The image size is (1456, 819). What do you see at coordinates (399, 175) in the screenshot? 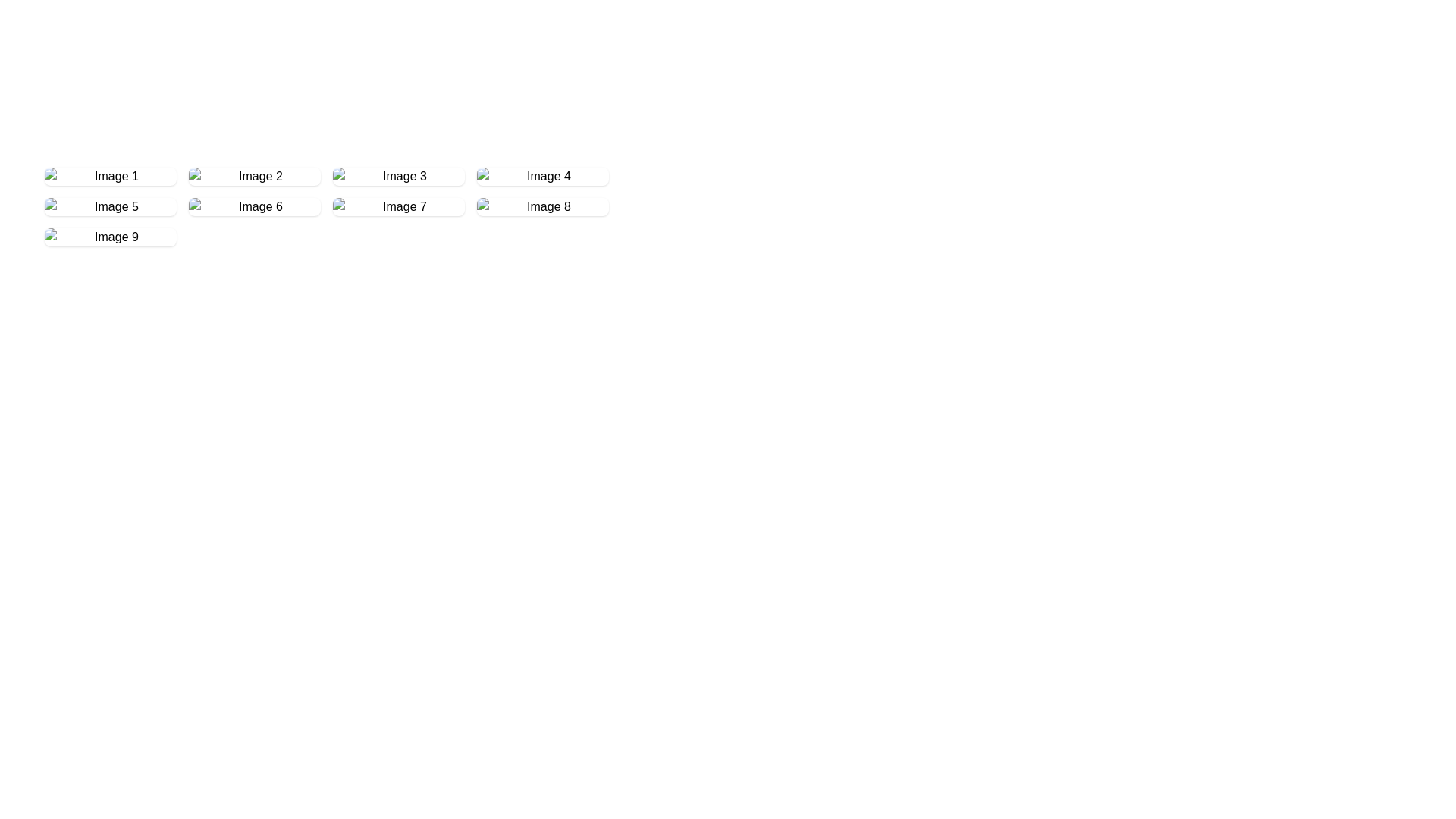
I see `the Image Card, which is the third item in the first row of the grid layout, positioned between 'Image 2' and 'Image 4'` at bounding box center [399, 175].